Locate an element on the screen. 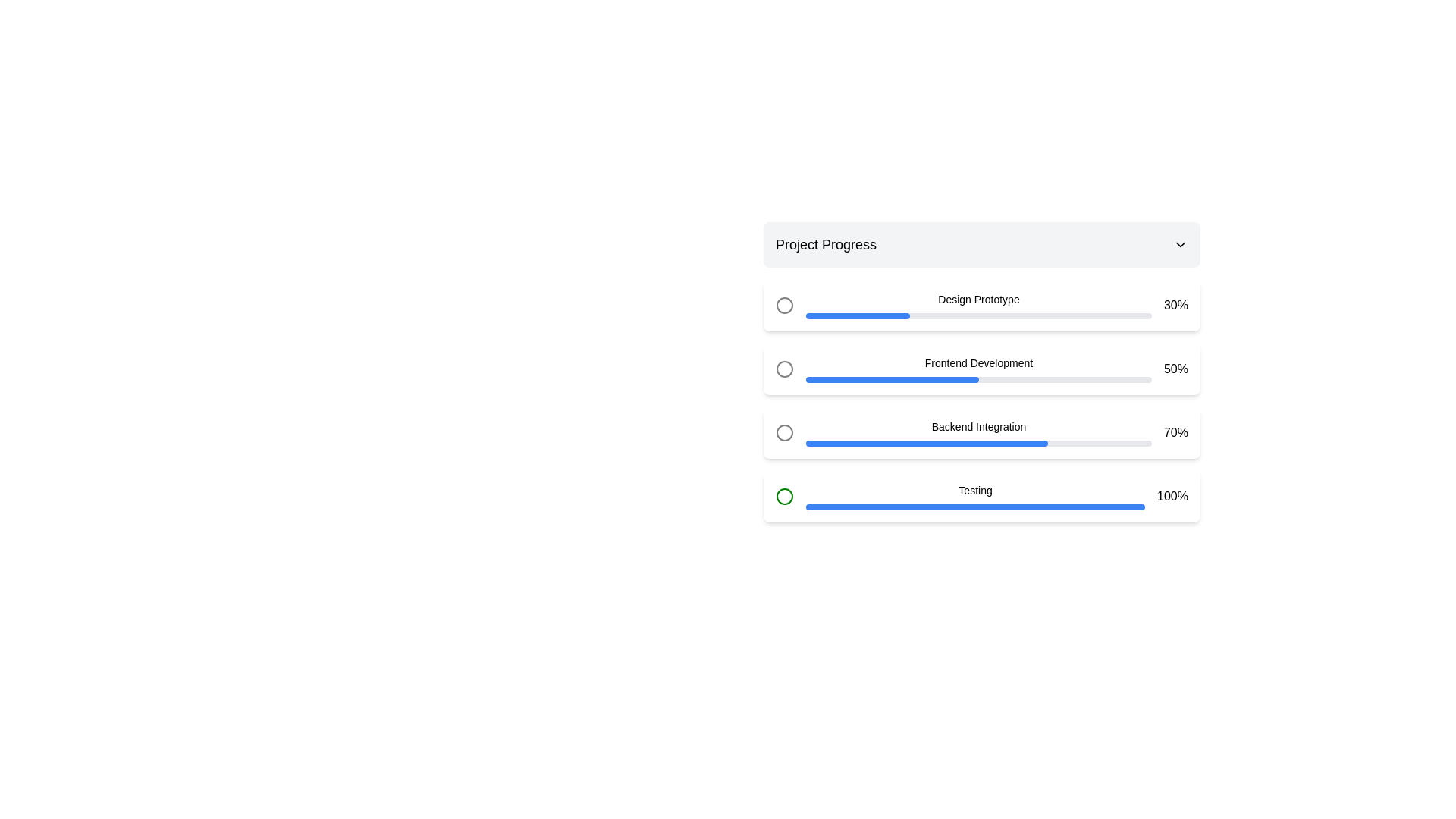 This screenshot has width=1456, height=819. the progress bar representing 30% completion of the 'Design Prototype' task, located directly beneath the corresponding text in the segmented progress tracker is located at coordinates (979, 315).